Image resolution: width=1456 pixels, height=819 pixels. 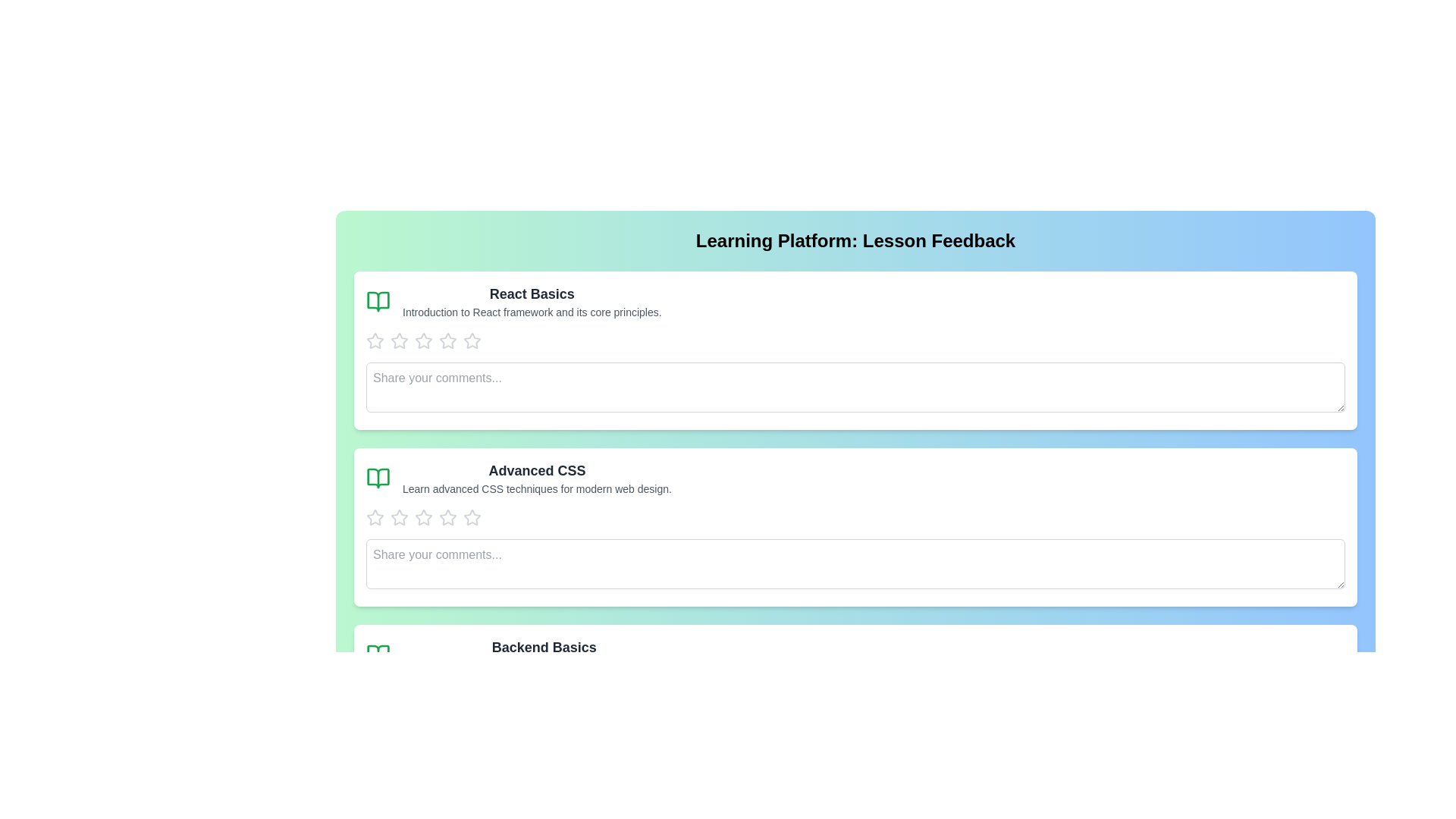 I want to click on the 'Learning Platform: Lesson Feedback' heading, so click(x=855, y=240).